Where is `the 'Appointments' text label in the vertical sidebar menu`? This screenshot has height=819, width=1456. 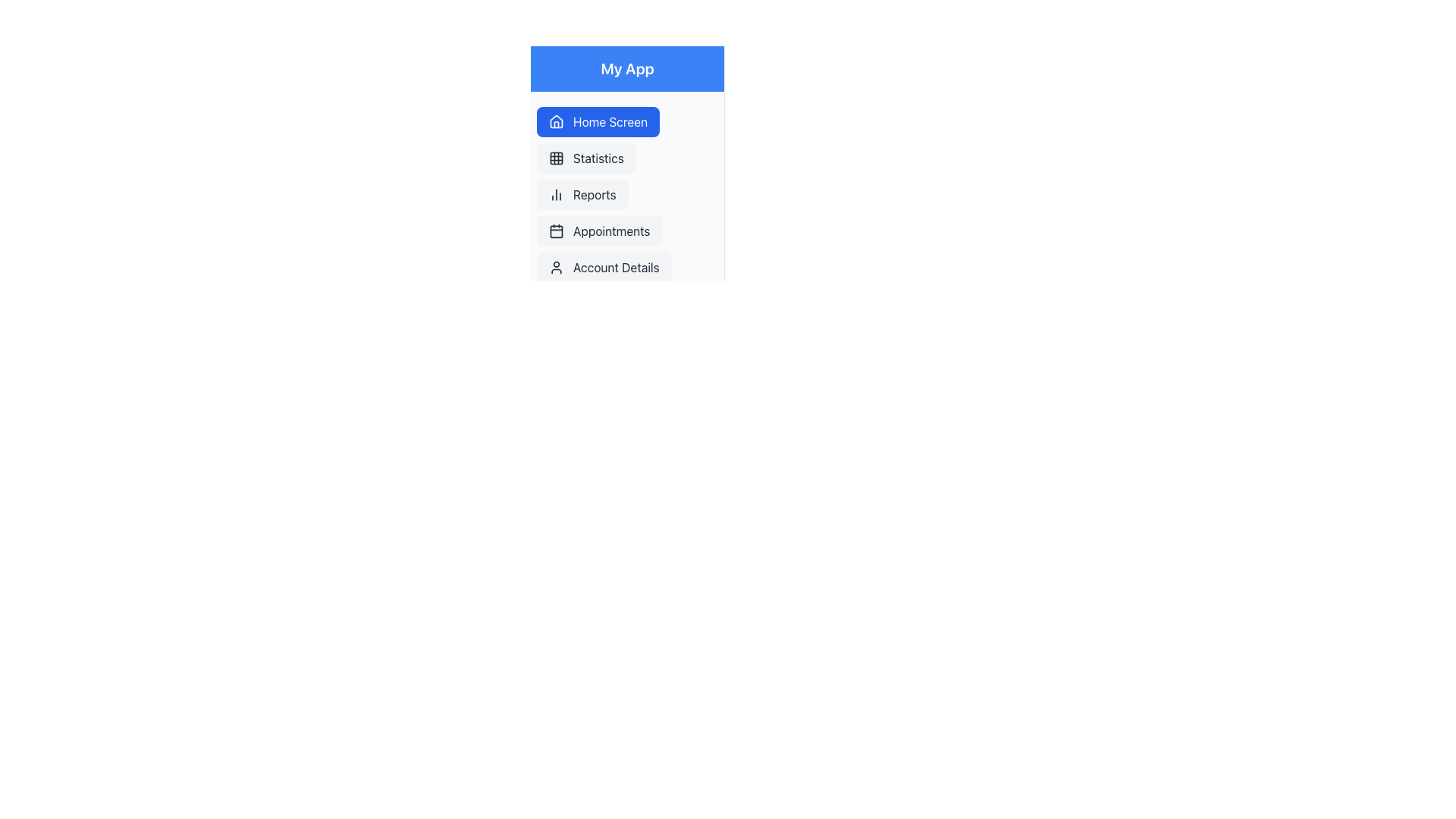
the 'Appointments' text label in the vertical sidebar menu is located at coordinates (611, 231).